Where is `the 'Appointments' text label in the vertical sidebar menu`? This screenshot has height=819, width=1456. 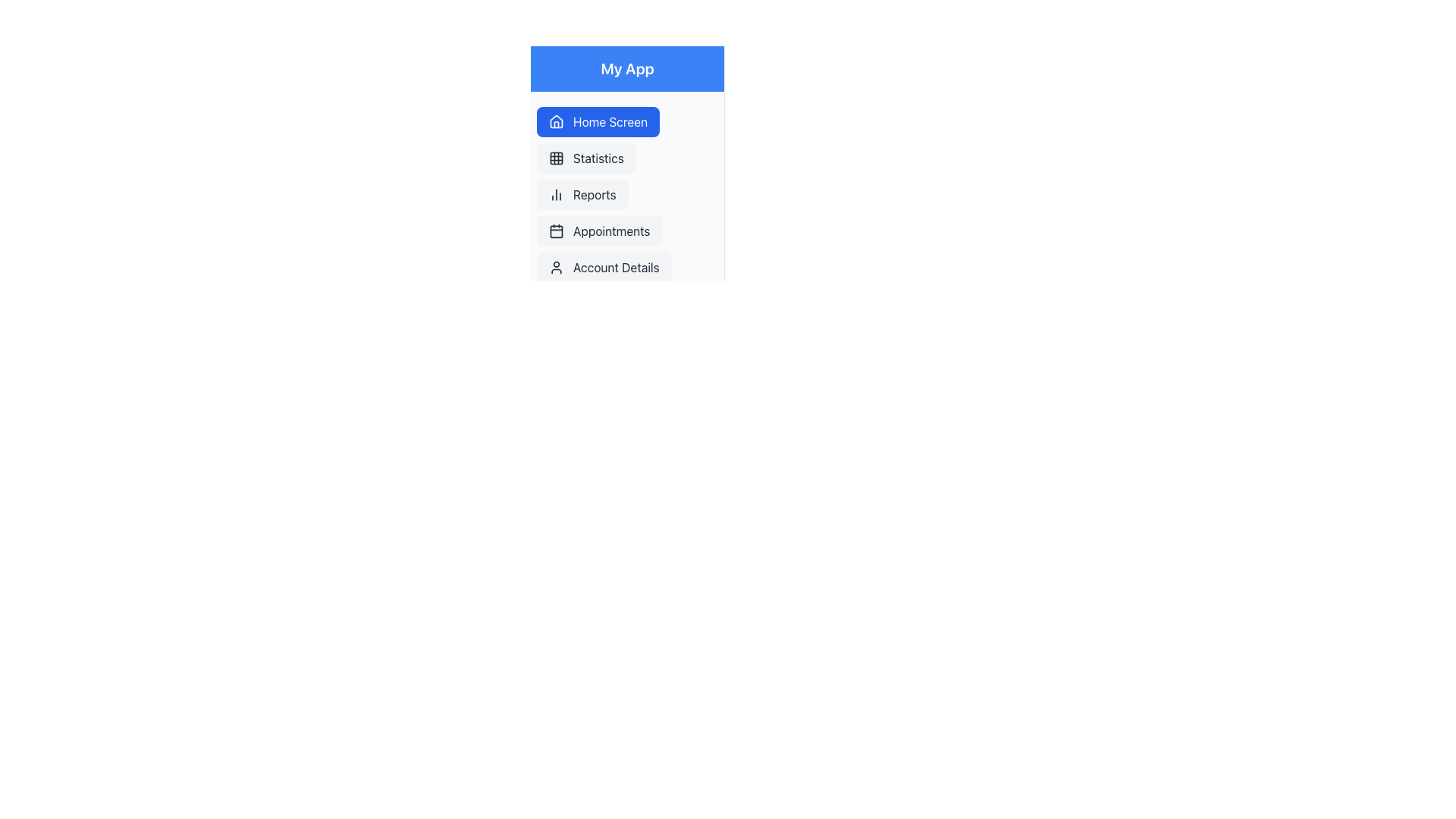
the 'Appointments' text label in the vertical sidebar menu is located at coordinates (611, 231).